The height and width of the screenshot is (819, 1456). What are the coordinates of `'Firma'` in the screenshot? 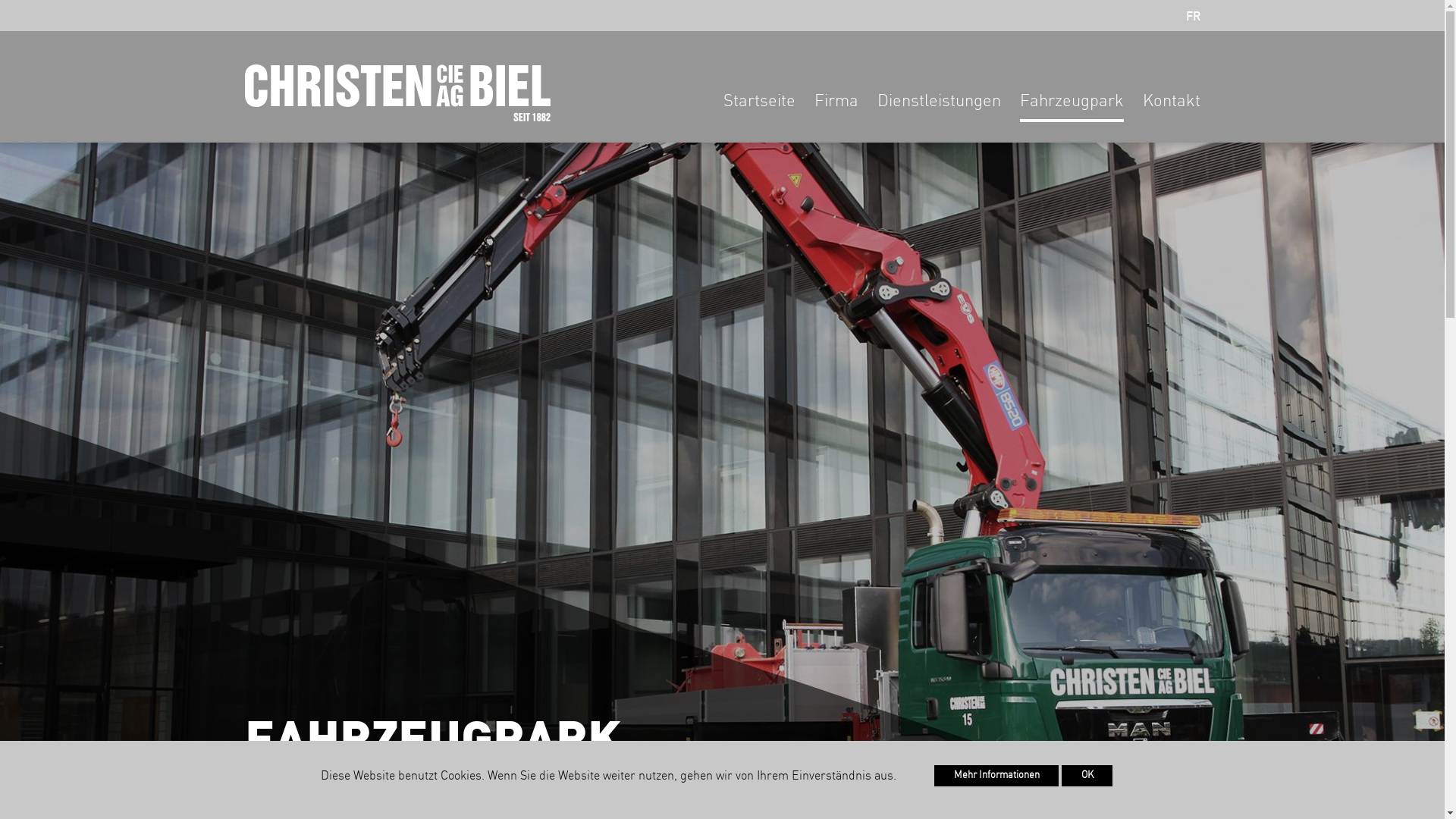 It's located at (836, 107).